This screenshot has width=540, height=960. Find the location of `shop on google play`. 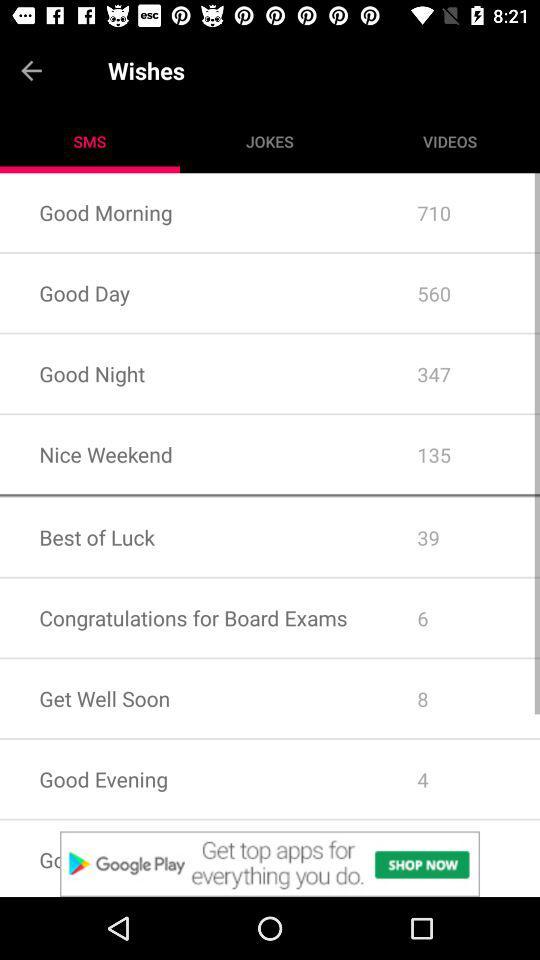

shop on google play is located at coordinates (270, 863).